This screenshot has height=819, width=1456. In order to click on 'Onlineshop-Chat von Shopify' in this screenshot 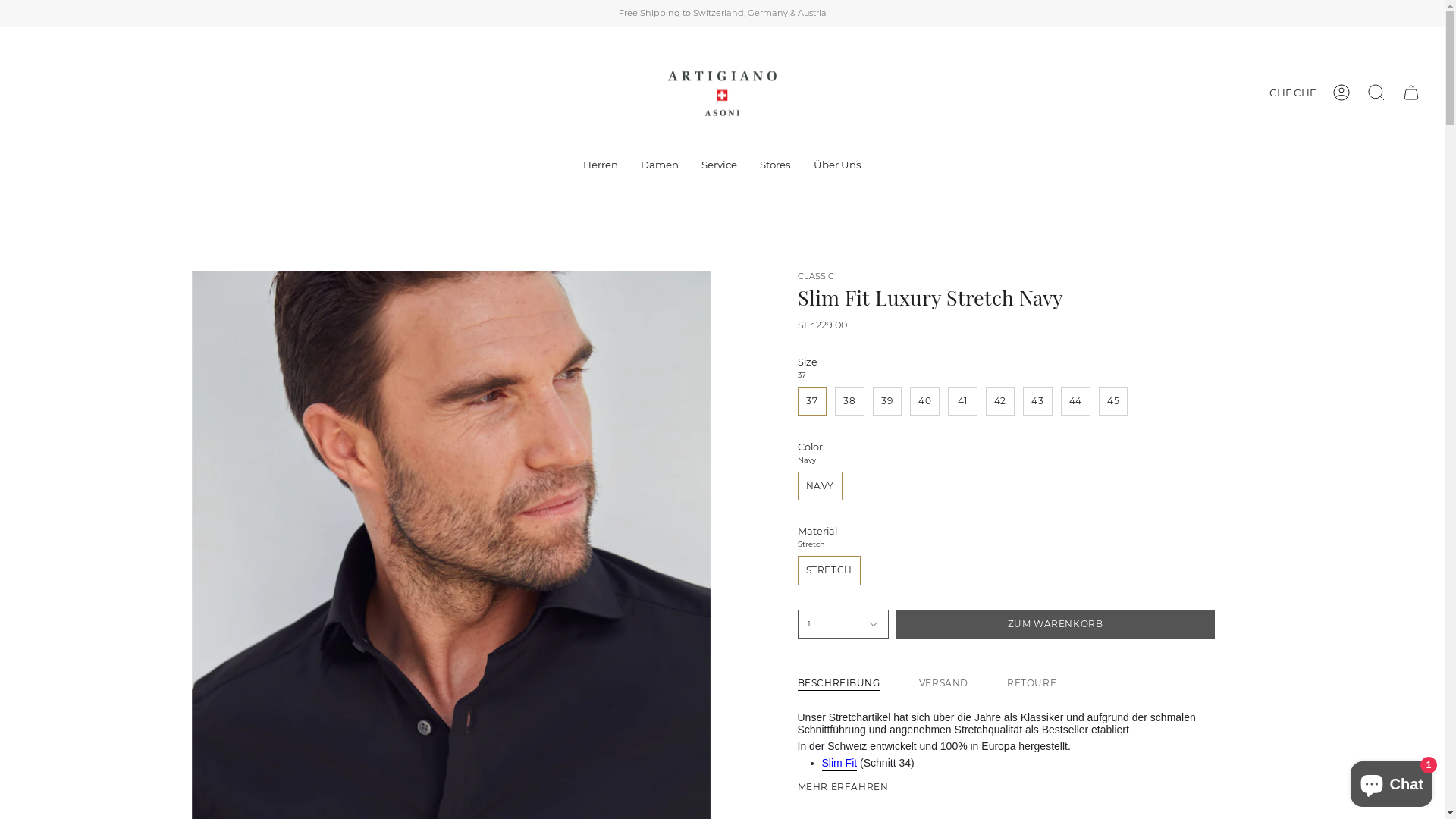, I will do `click(1391, 780)`.